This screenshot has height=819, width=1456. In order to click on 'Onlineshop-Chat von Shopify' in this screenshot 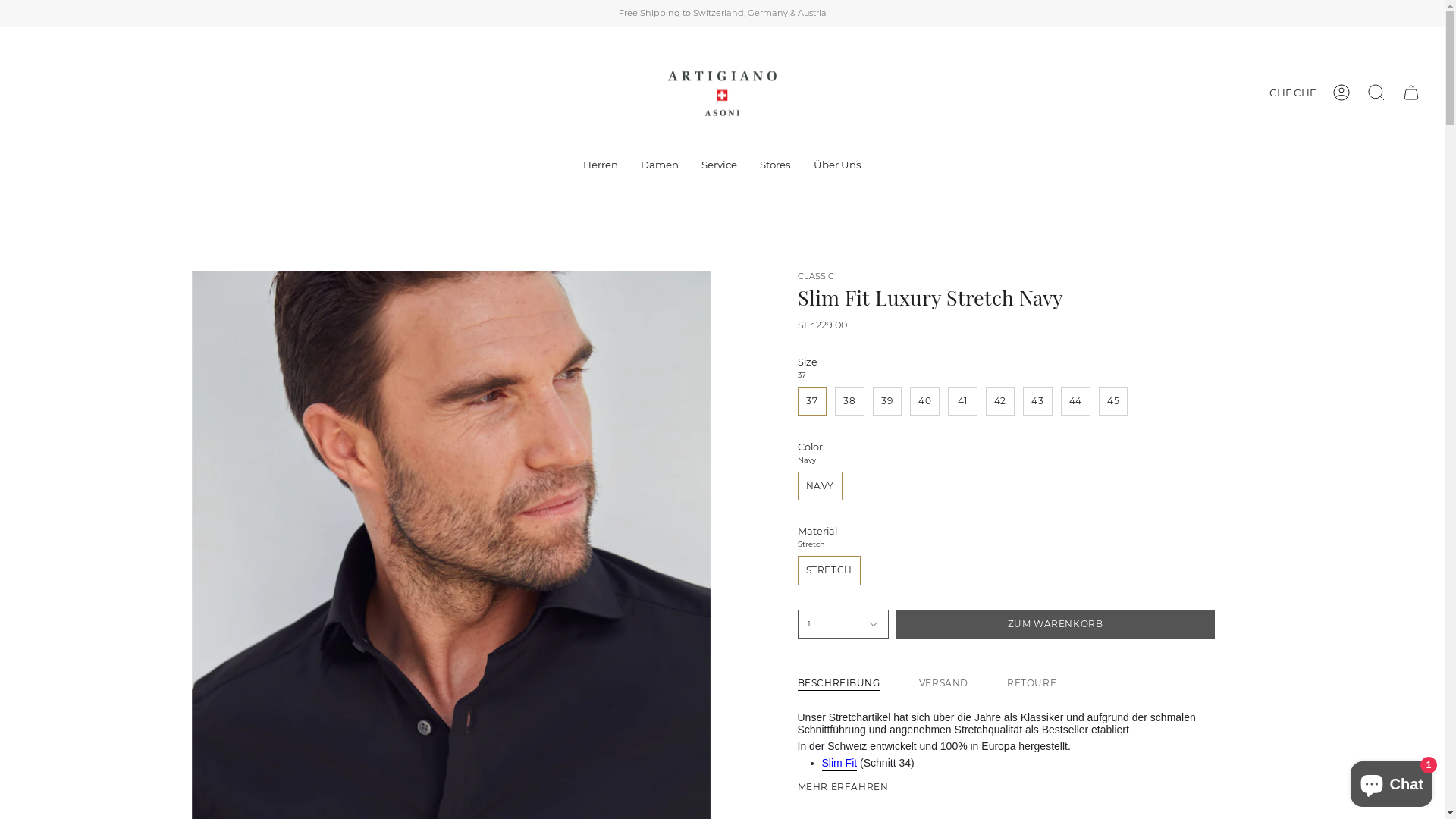, I will do `click(1391, 780)`.